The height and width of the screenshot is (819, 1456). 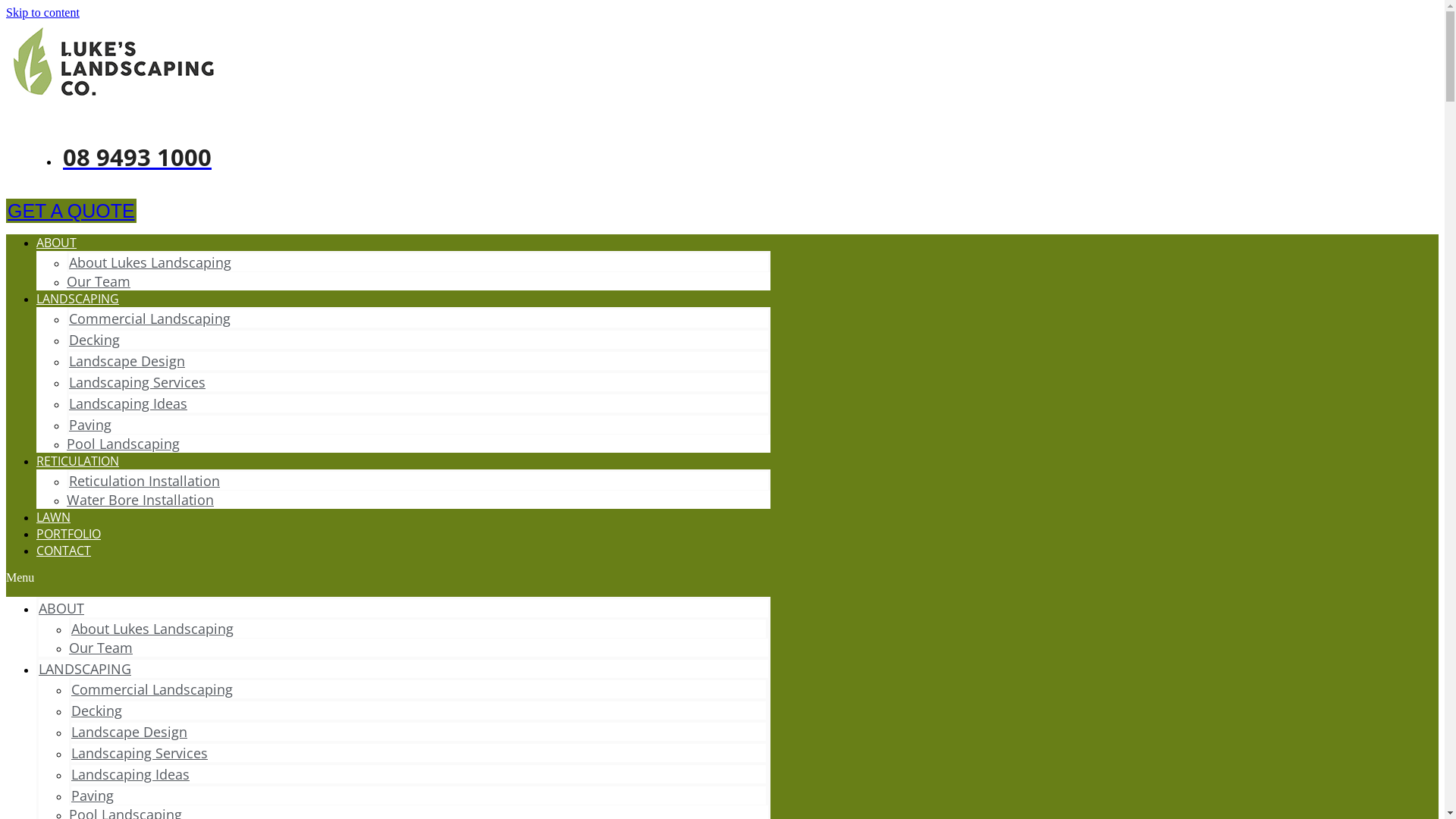 I want to click on 'Our Team', so click(x=97, y=281).